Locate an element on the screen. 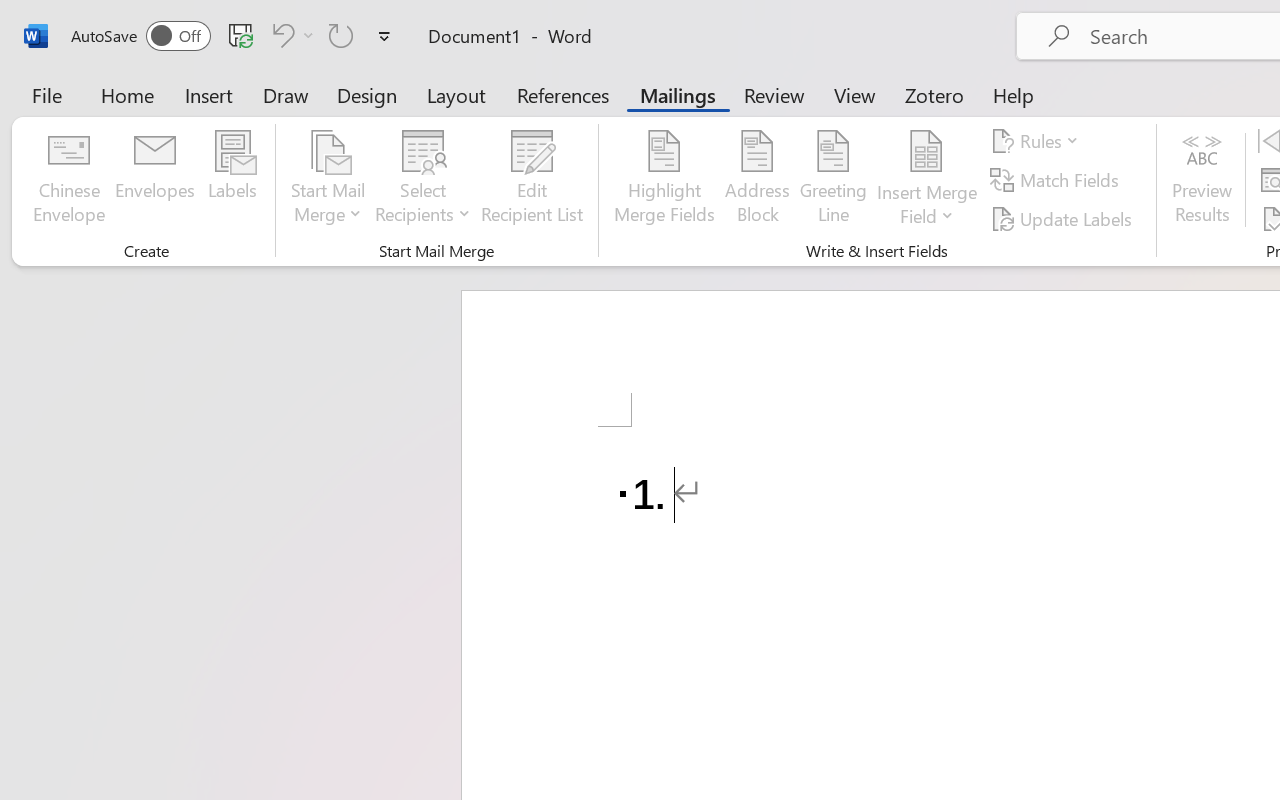 Image resolution: width=1280 pixels, height=800 pixels. 'Rules' is located at coordinates (1038, 141).